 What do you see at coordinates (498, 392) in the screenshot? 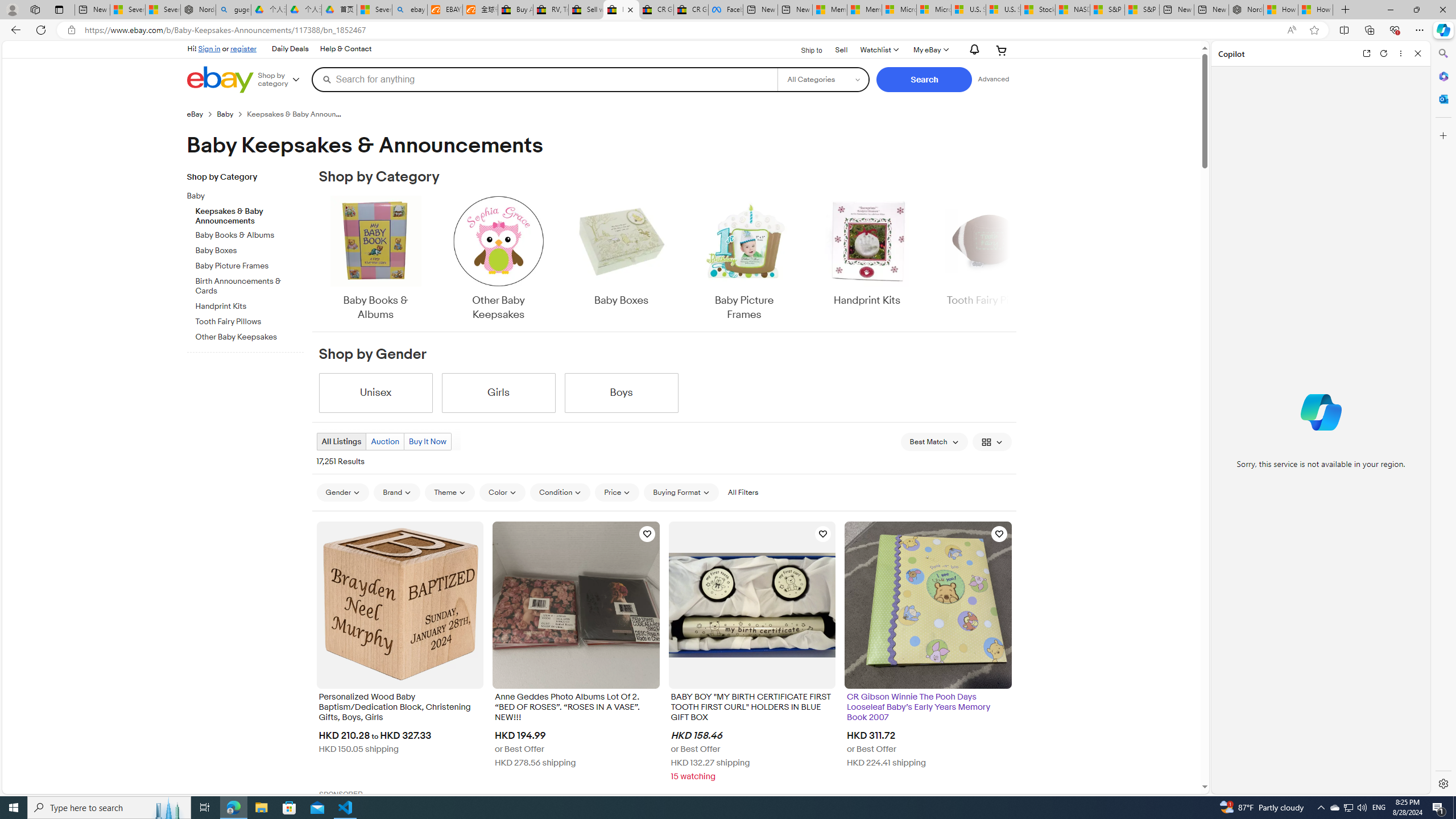
I see `'Girls'` at bounding box center [498, 392].